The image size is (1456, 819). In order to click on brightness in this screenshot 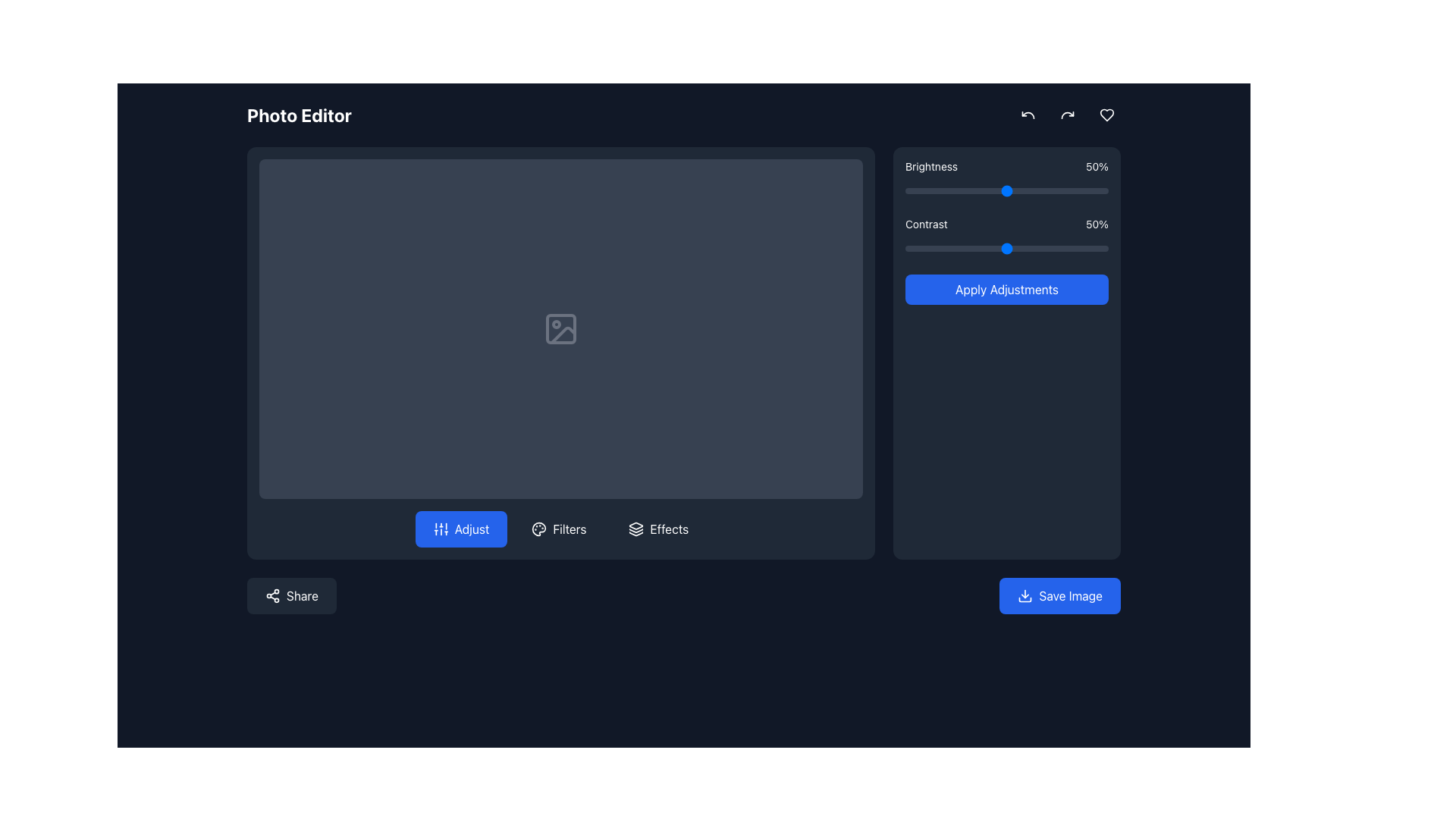, I will do `click(1009, 190)`.